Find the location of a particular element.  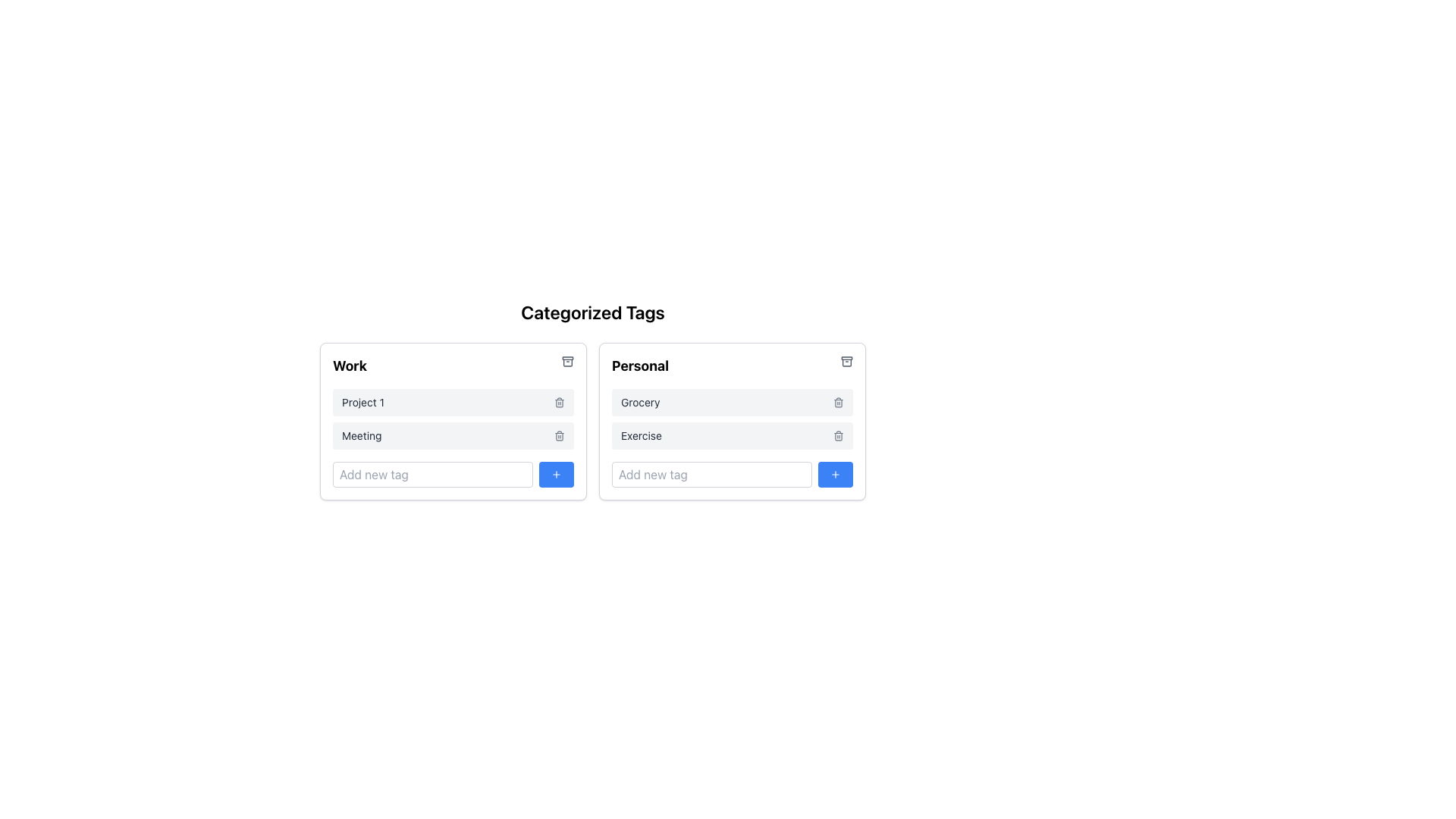

the title text element that provides context for the section, positioned above the 'Work' and 'Personal' sections is located at coordinates (592, 312).